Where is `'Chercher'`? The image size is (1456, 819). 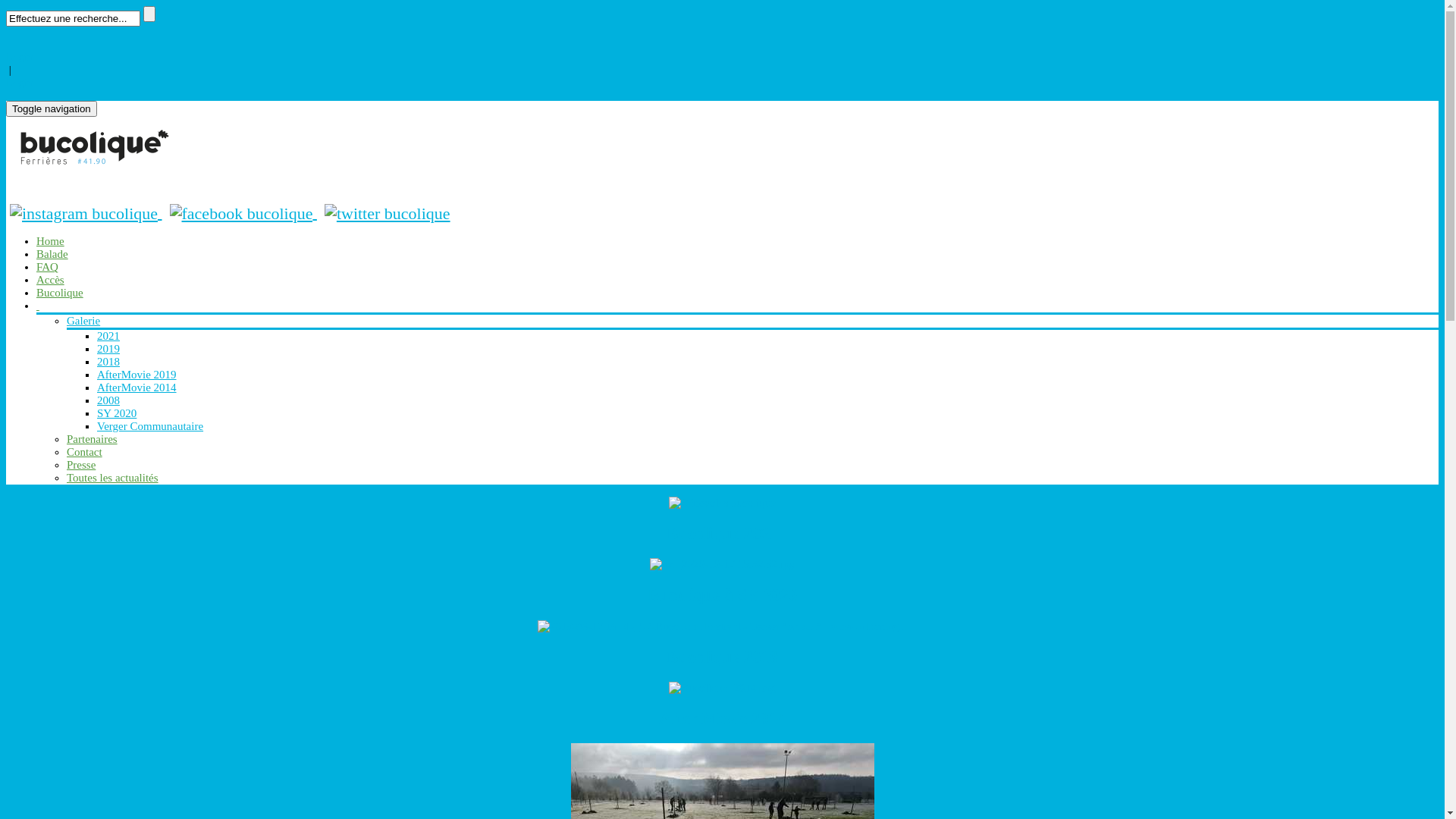
'Chercher' is located at coordinates (149, 14).